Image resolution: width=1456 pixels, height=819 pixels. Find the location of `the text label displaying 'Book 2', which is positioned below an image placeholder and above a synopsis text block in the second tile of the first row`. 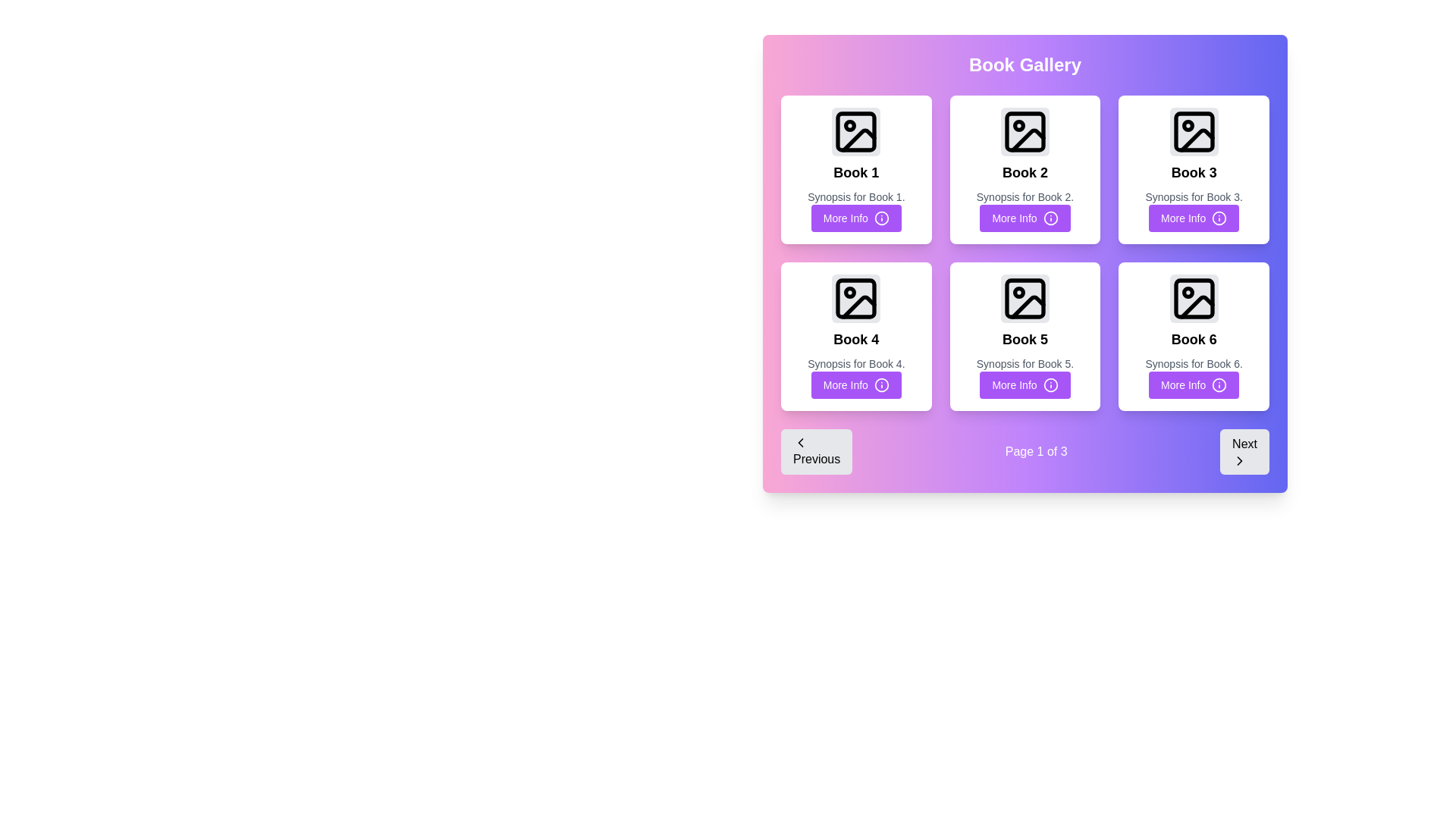

the text label displaying 'Book 2', which is positioned below an image placeholder and above a synopsis text block in the second tile of the first row is located at coordinates (1025, 171).